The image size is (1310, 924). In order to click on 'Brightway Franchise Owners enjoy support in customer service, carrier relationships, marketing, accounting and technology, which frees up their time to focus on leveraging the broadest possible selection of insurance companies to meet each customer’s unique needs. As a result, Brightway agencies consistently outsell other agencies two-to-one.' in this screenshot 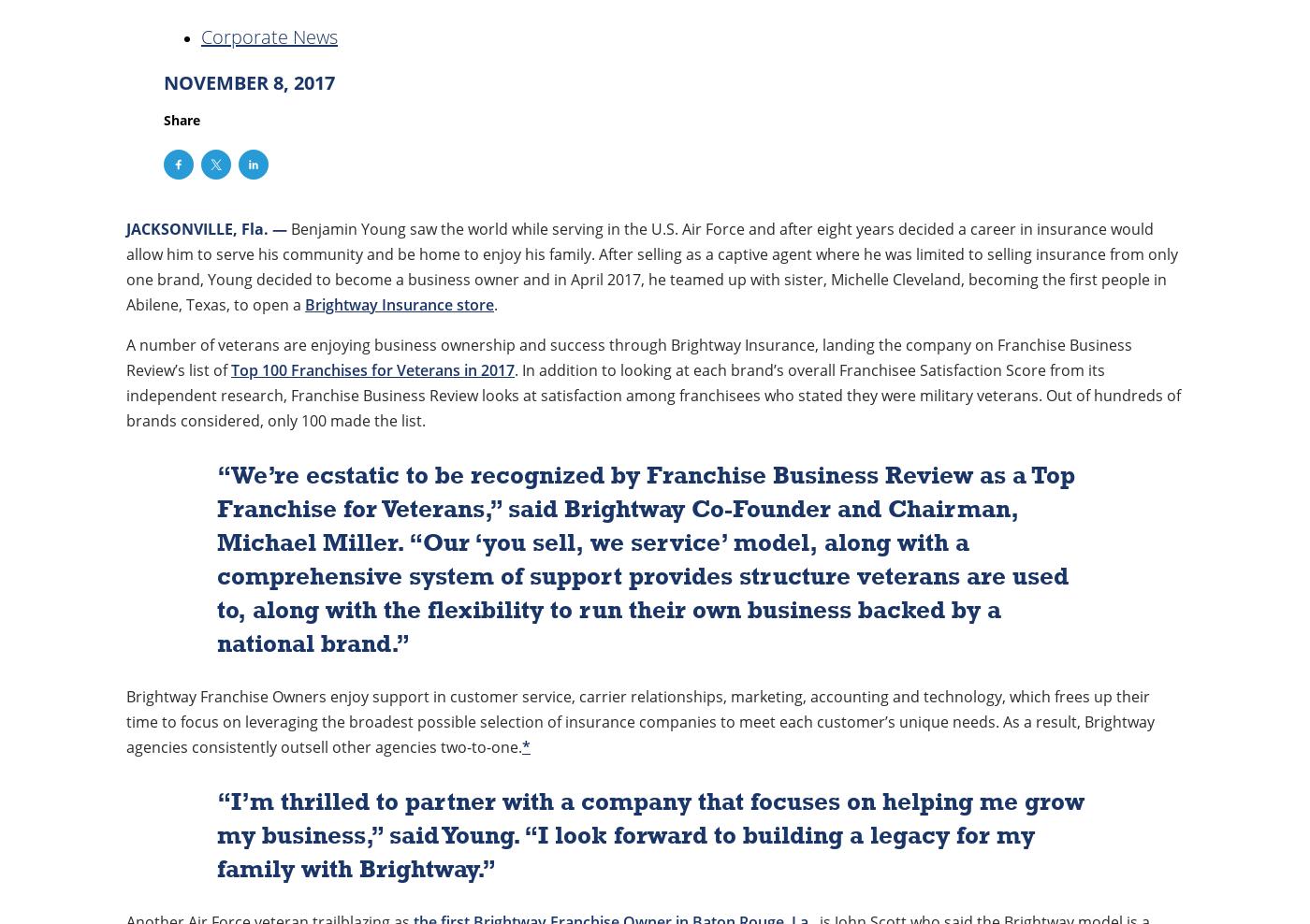, I will do `click(640, 720)`.